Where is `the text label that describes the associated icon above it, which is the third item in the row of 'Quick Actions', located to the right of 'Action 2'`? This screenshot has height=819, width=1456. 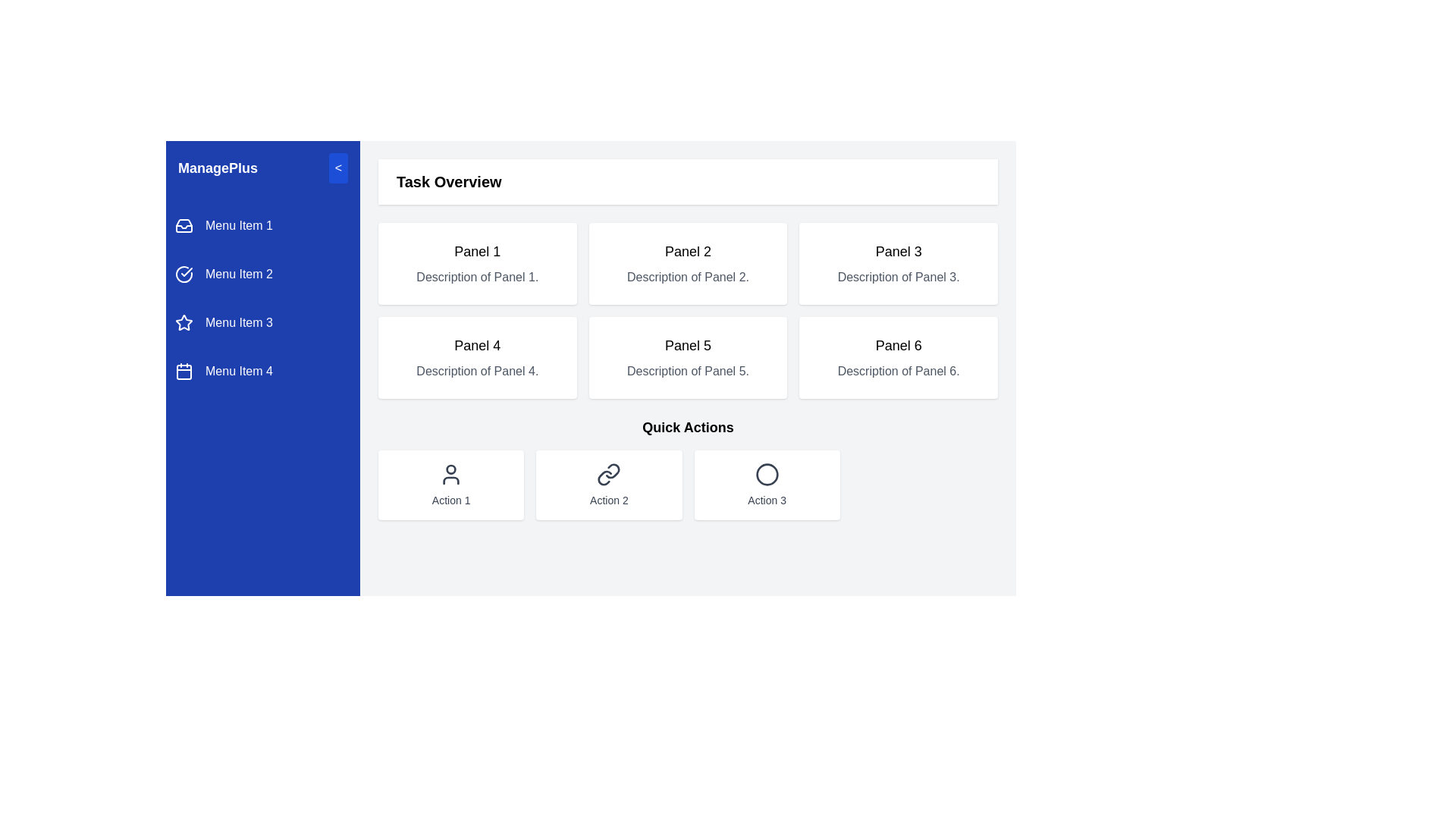
the text label that describes the associated icon above it, which is the third item in the row of 'Quick Actions', located to the right of 'Action 2' is located at coordinates (767, 500).